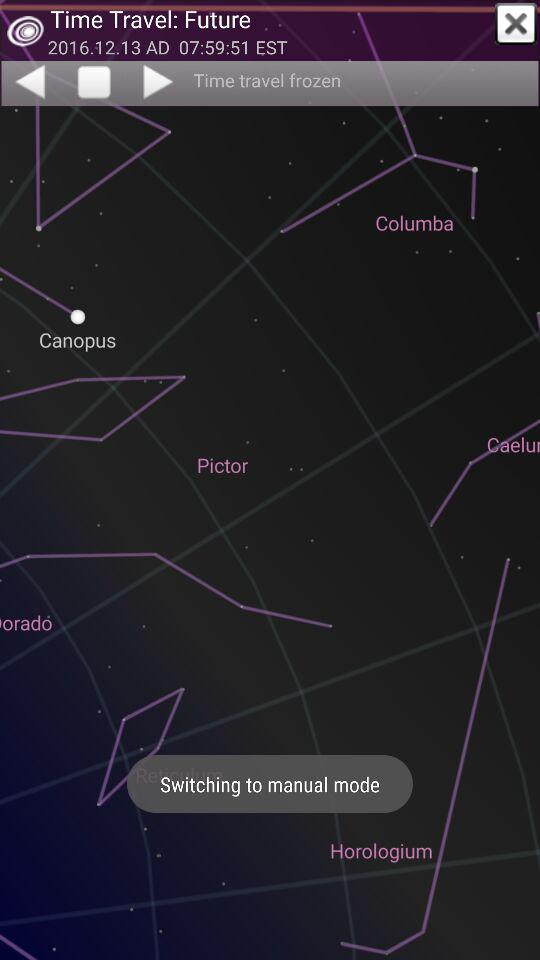 This screenshot has width=540, height=960. Describe the element at coordinates (516, 23) in the screenshot. I see `button` at that location.